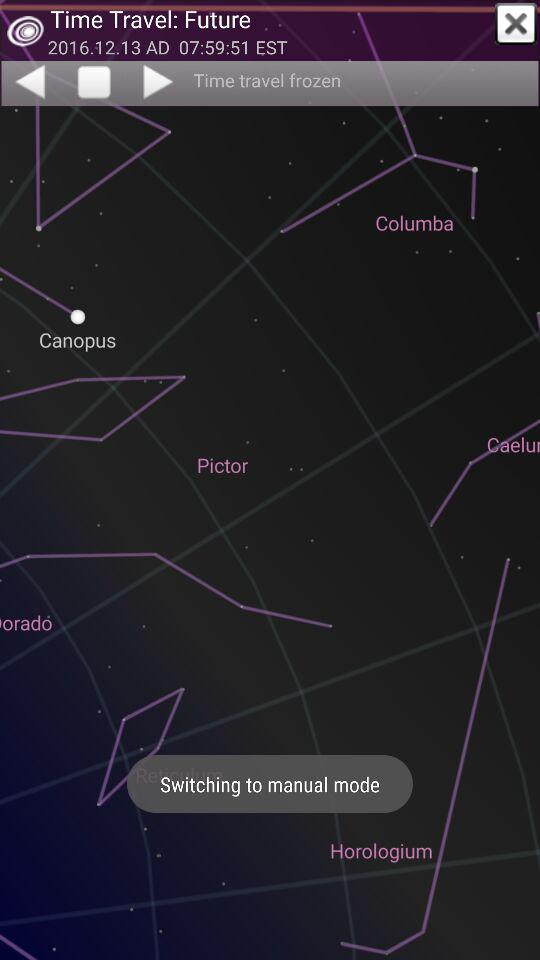 This screenshot has width=540, height=960. Describe the element at coordinates (516, 23) in the screenshot. I see `button` at that location.